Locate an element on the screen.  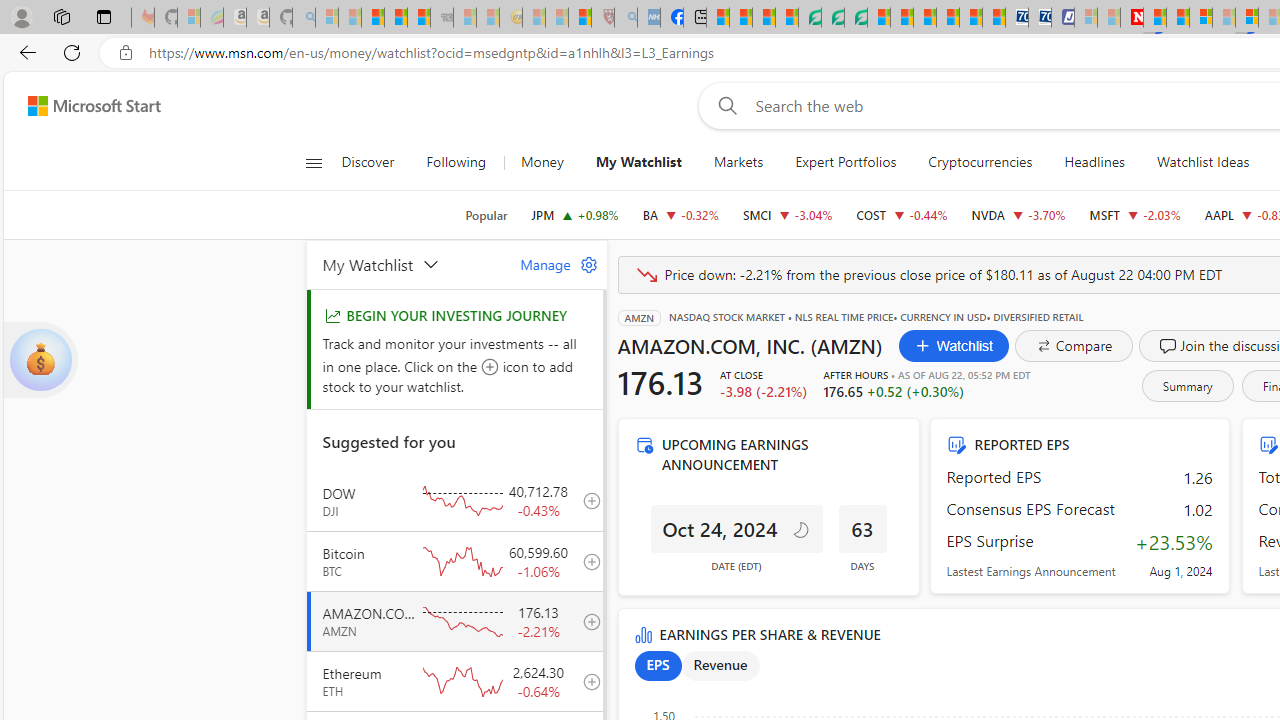
'Markets' is located at coordinates (737, 162).